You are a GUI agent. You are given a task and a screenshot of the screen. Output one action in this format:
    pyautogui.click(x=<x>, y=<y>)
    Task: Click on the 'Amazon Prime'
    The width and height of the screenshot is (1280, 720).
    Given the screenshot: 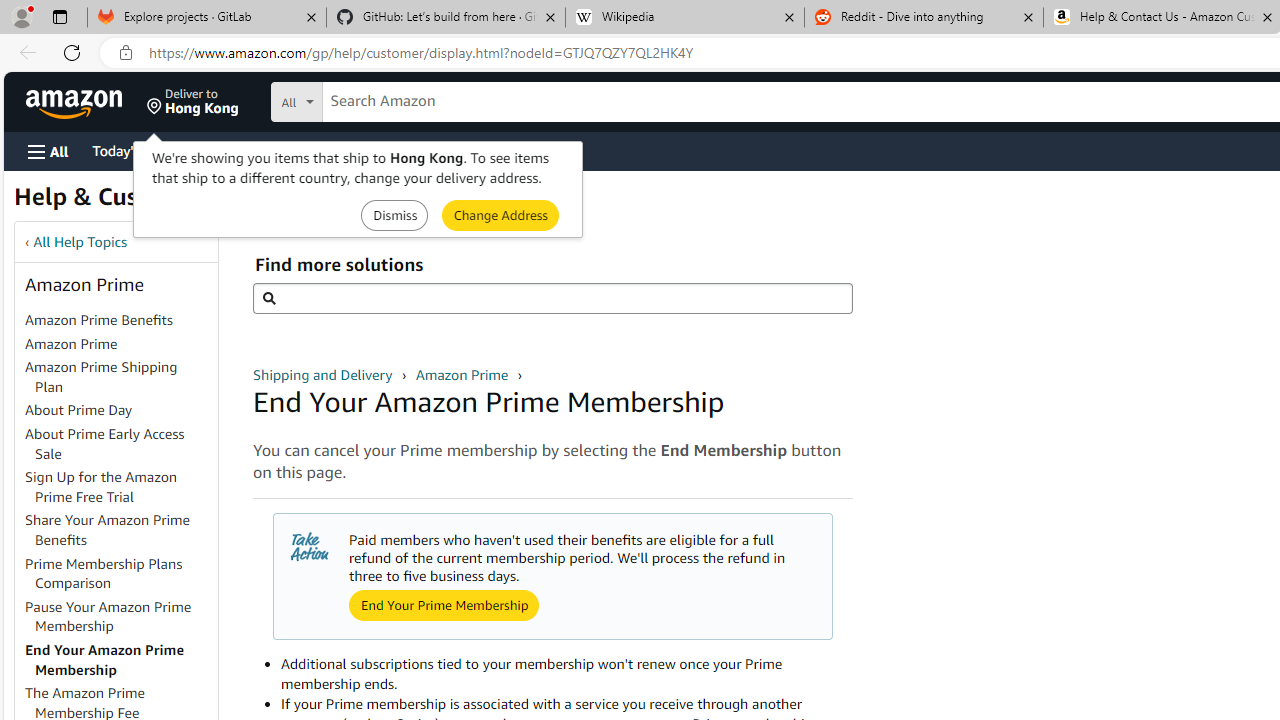 What is the action you would take?
    pyautogui.click(x=119, y=343)
    